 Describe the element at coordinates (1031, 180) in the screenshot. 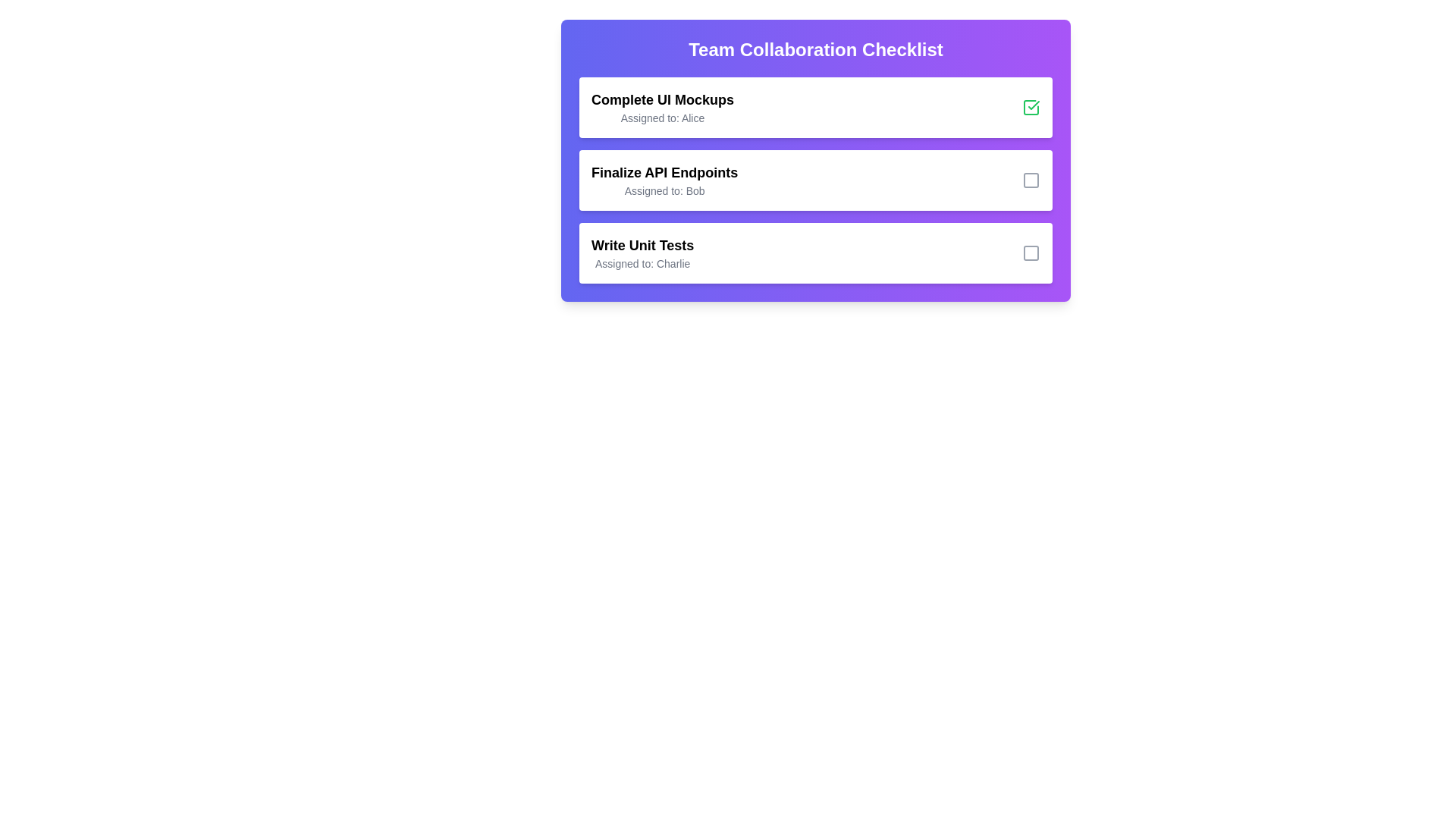

I see `the small square icon with rounded corners located inside the second item of a vertically stacked list, positioned to the far right of the item's title text` at that location.